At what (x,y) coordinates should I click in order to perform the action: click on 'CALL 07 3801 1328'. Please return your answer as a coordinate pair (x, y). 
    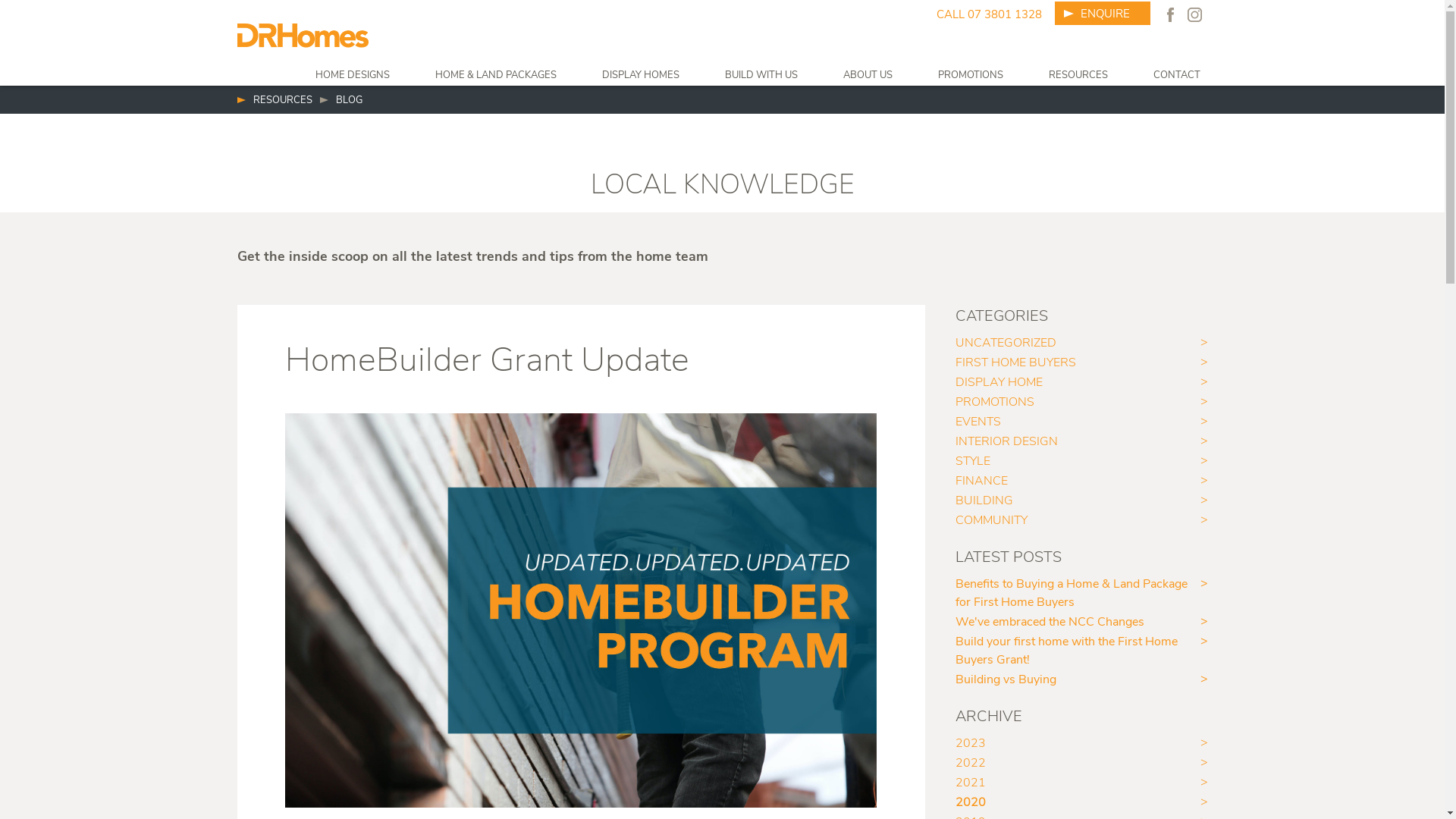
    Looking at the image, I should click on (988, 14).